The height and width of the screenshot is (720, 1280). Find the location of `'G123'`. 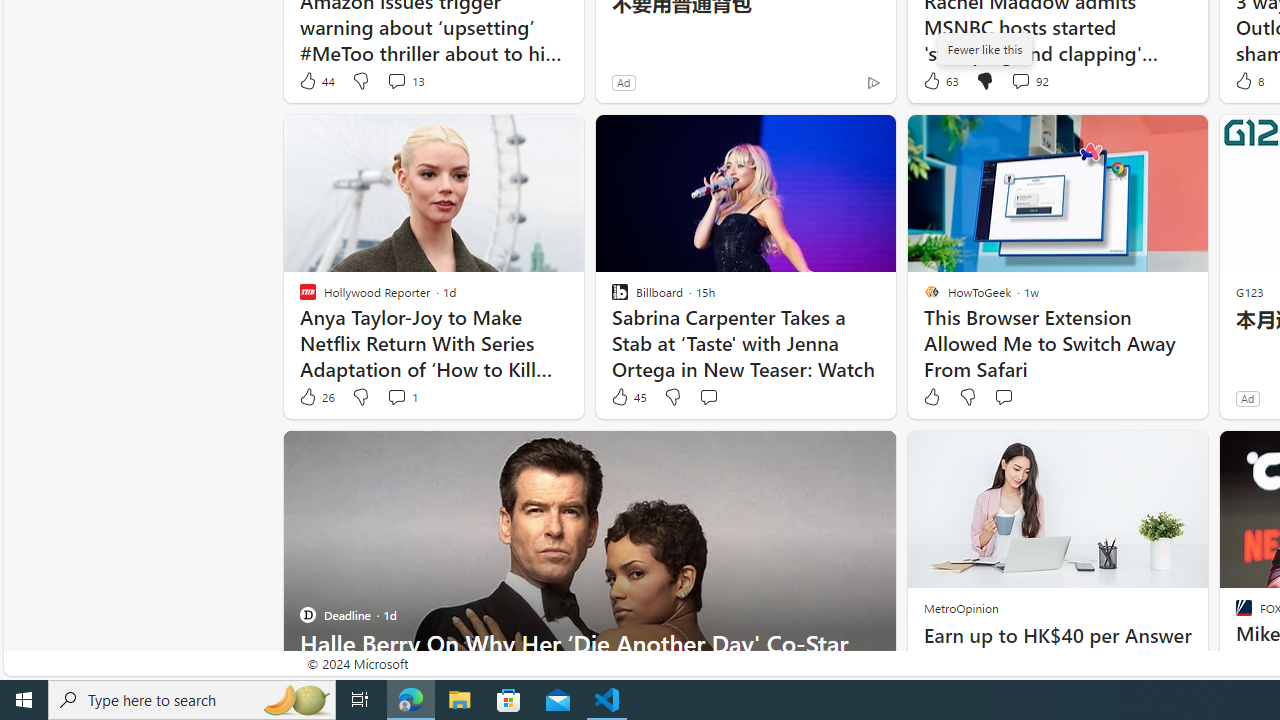

'G123' is located at coordinates (1248, 291).